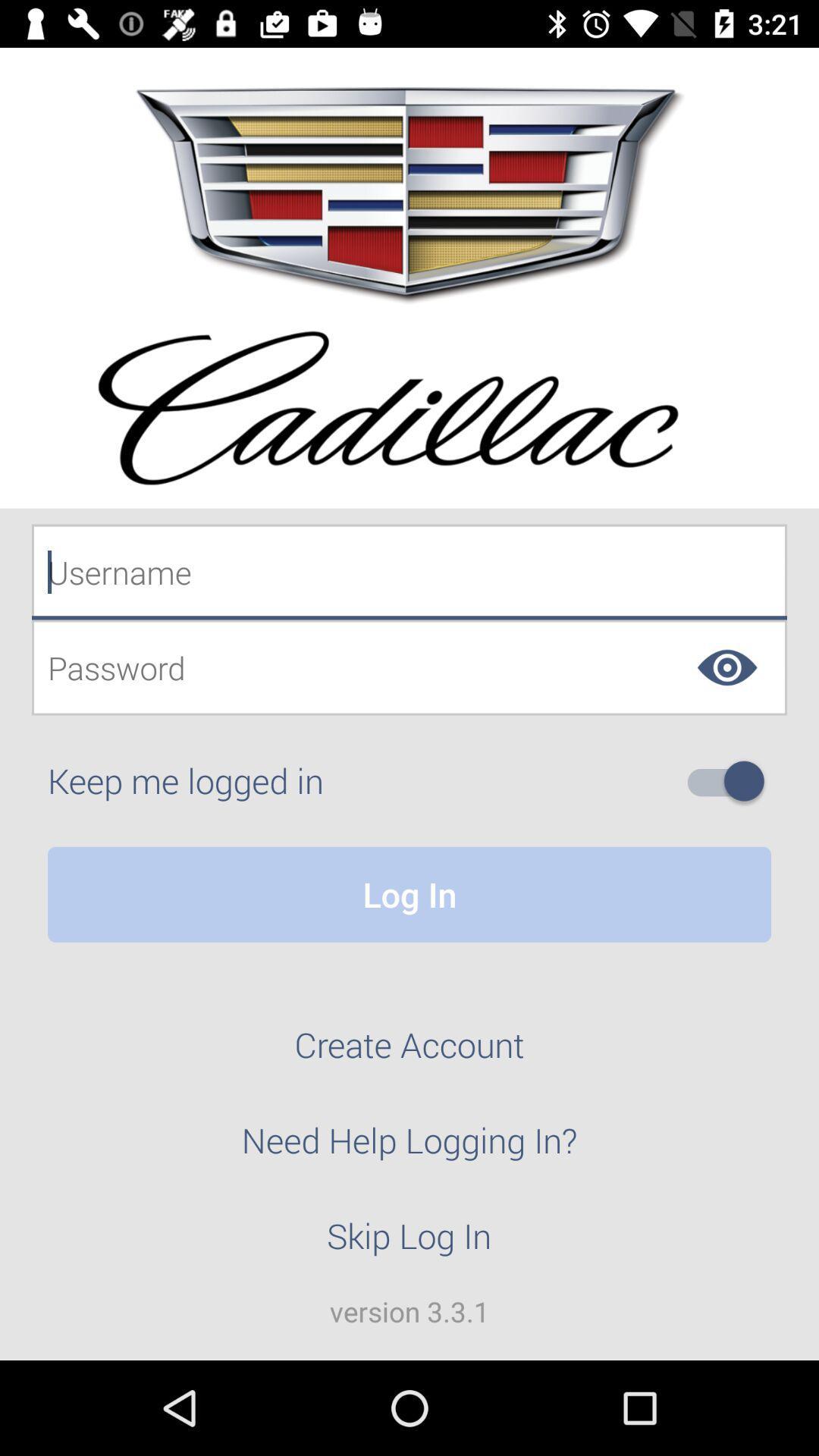 The width and height of the screenshot is (819, 1456). I want to click on do not keep me logged in, so click(731, 781).